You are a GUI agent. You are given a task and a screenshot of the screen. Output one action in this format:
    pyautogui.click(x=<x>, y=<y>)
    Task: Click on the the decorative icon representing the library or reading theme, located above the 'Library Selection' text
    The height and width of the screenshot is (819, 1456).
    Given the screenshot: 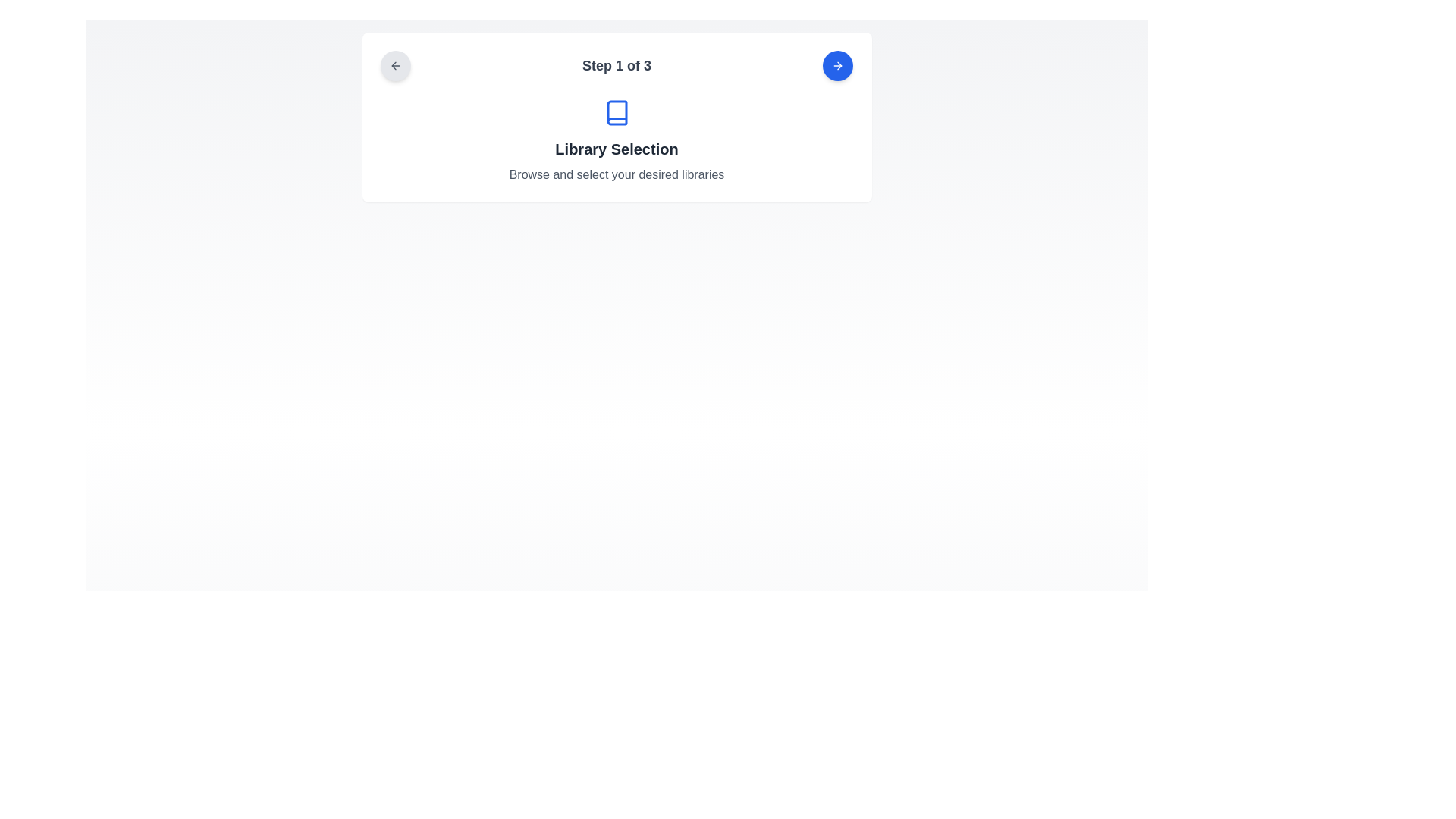 What is the action you would take?
    pyautogui.click(x=617, y=112)
    